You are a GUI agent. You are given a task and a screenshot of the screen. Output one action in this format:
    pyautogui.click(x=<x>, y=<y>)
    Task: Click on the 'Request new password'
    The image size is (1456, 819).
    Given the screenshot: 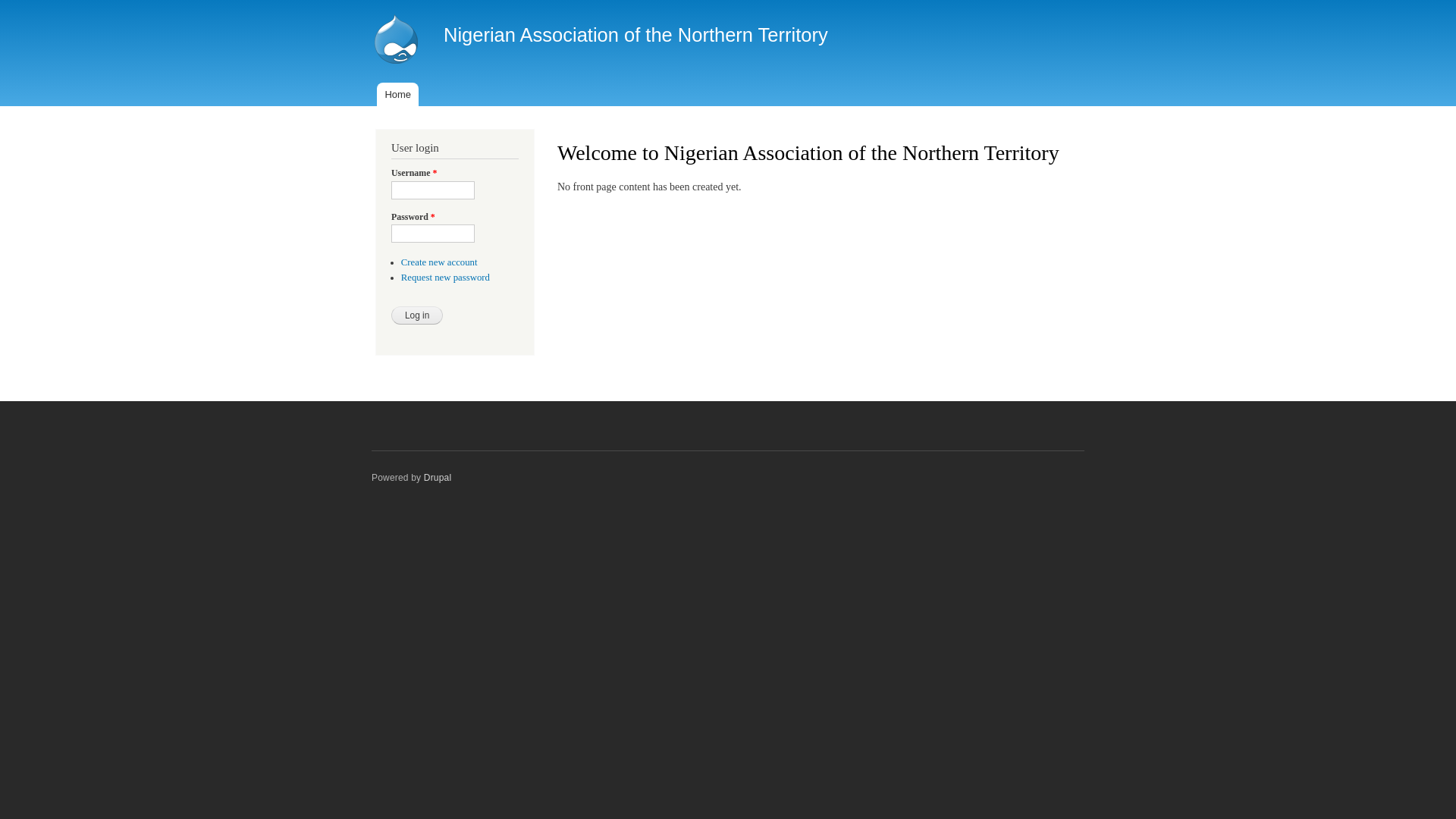 What is the action you would take?
    pyautogui.click(x=444, y=278)
    